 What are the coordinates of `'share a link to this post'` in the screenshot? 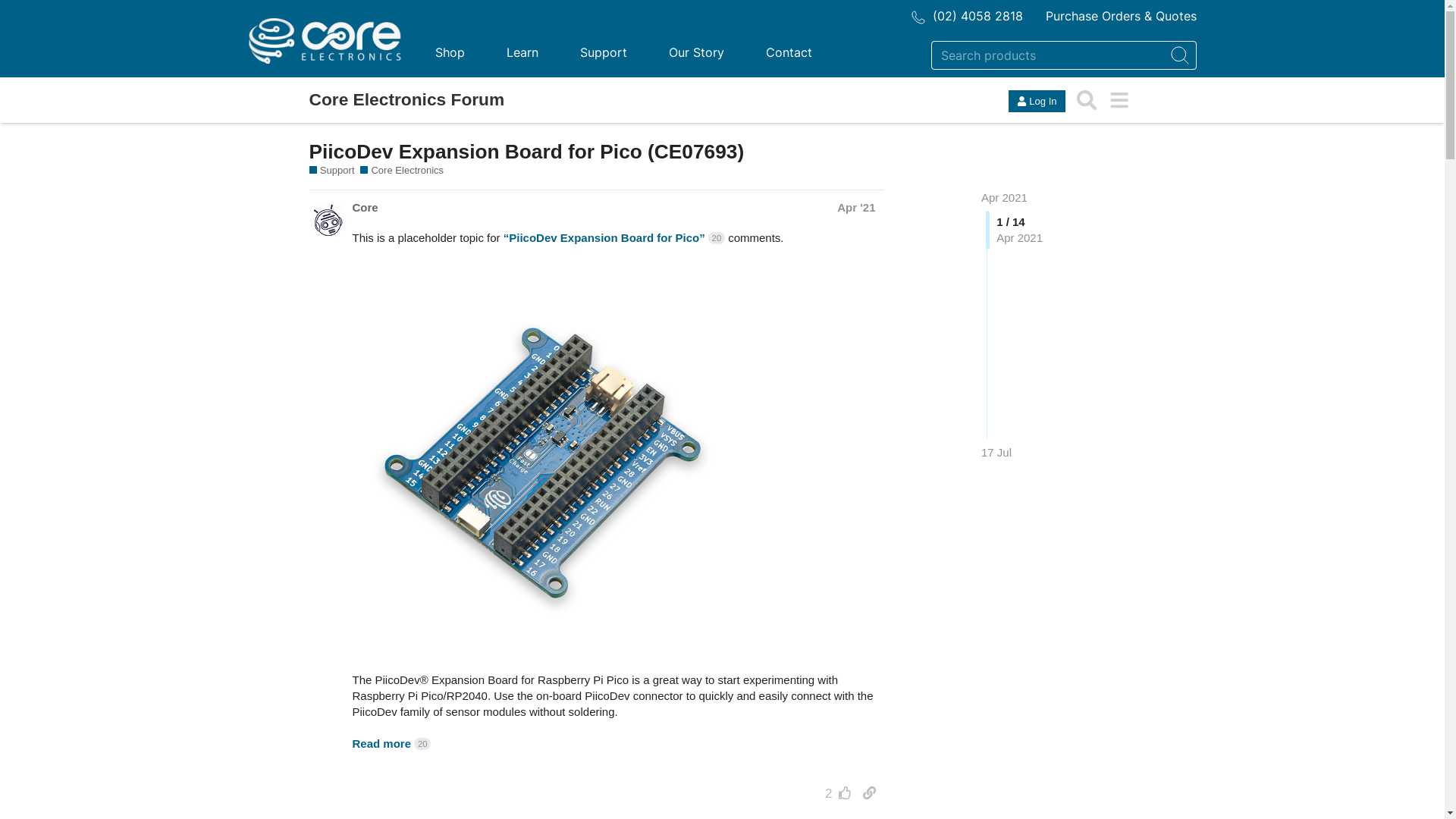 It's located at (869, 792).